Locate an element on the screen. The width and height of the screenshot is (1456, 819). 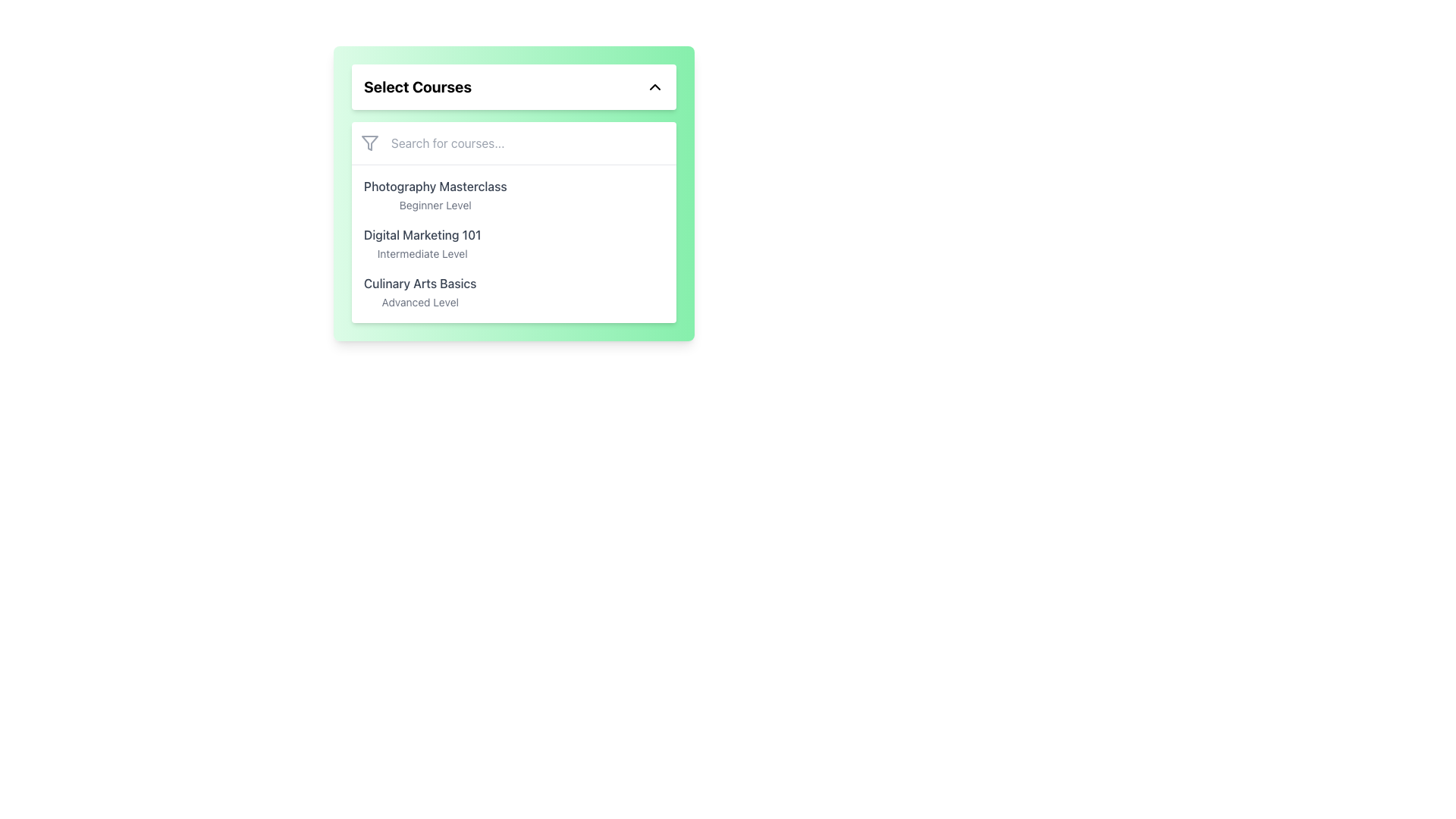
the text label indicating the difficulty level 'Beginner Level' of the course 'Photography Masterclass' is located at coordinates (435, 205).